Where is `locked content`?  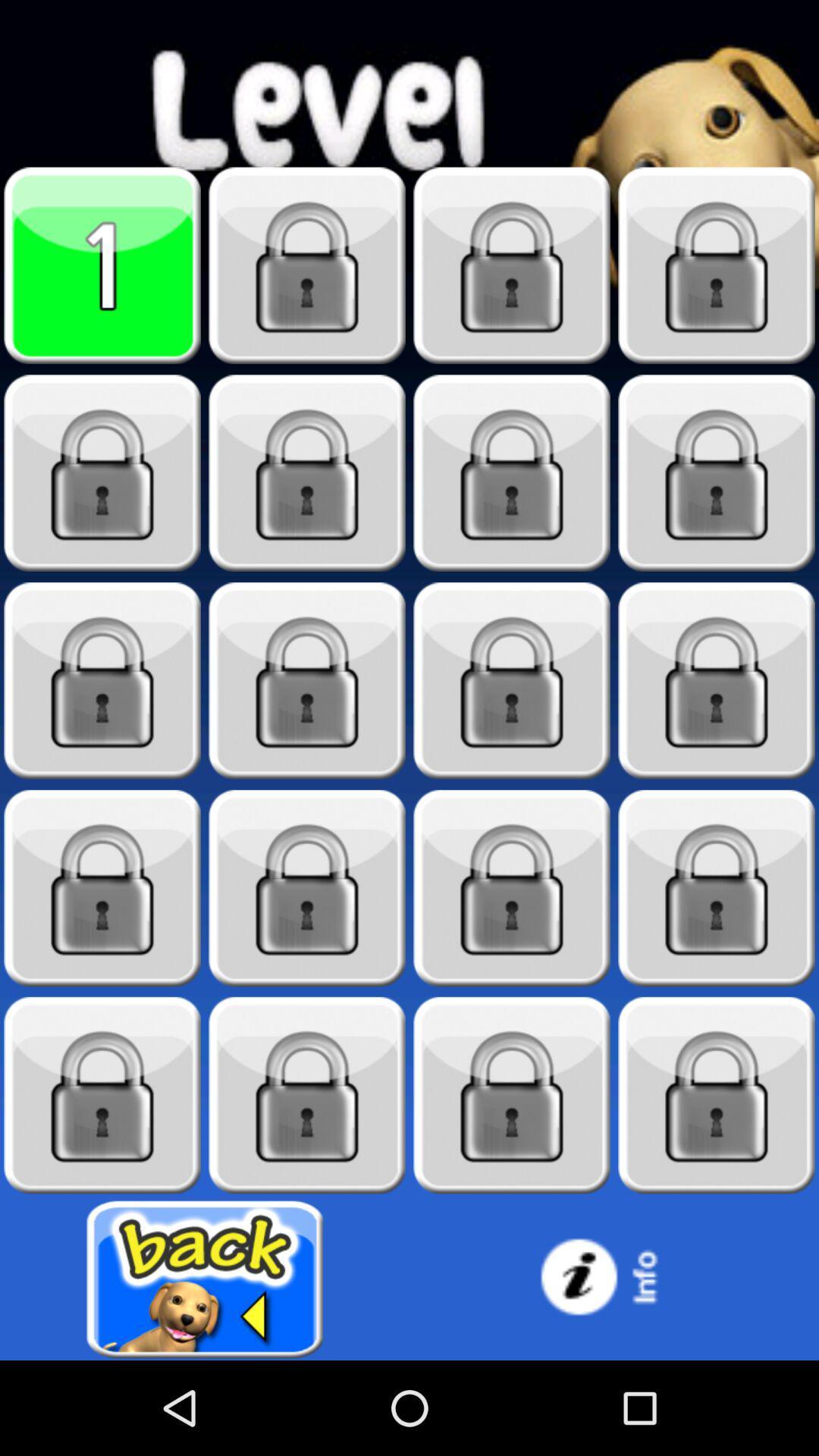 locked content is located at coordinates (717, 680).